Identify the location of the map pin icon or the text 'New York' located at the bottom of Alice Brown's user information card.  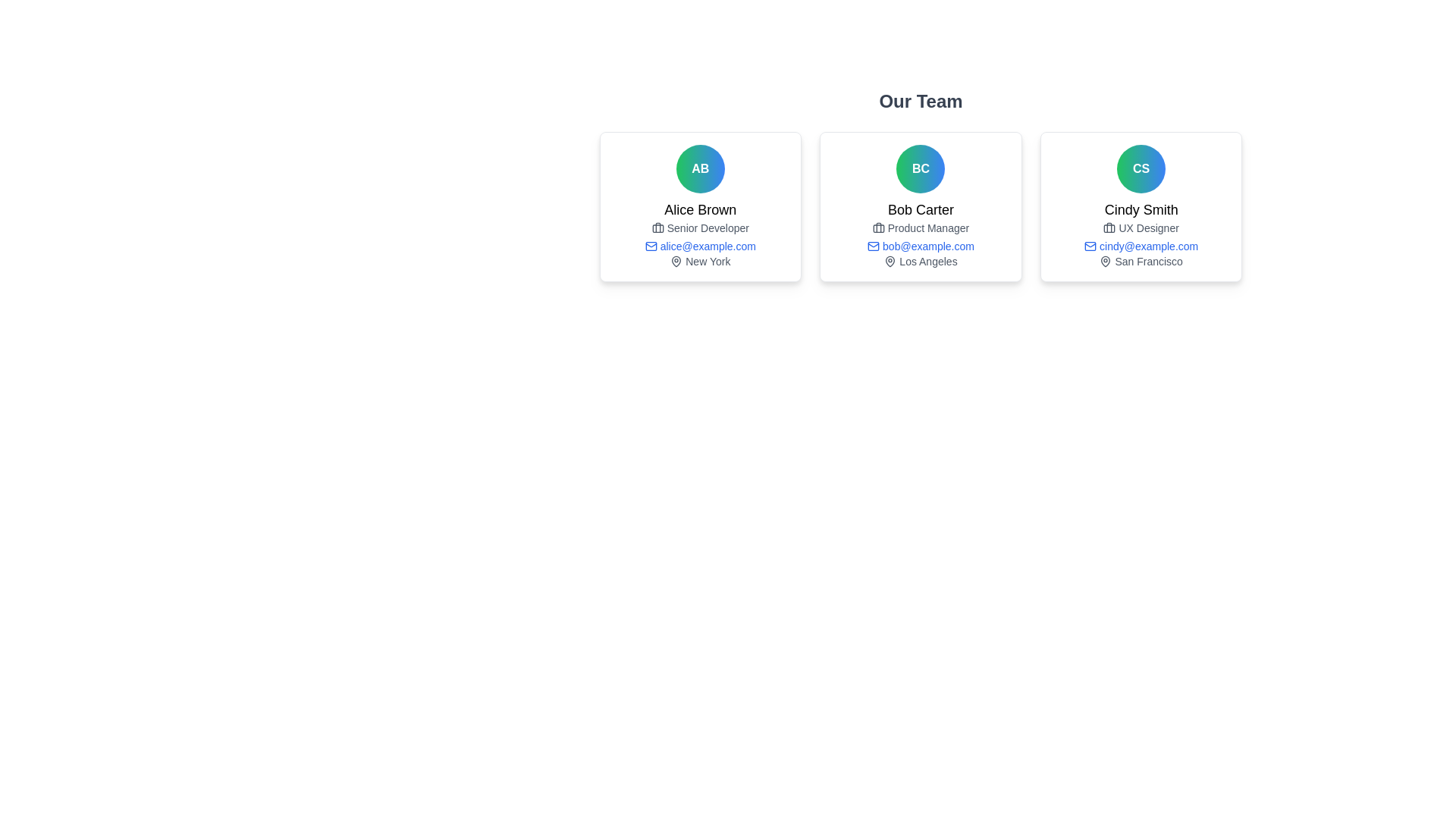
(699, 260).